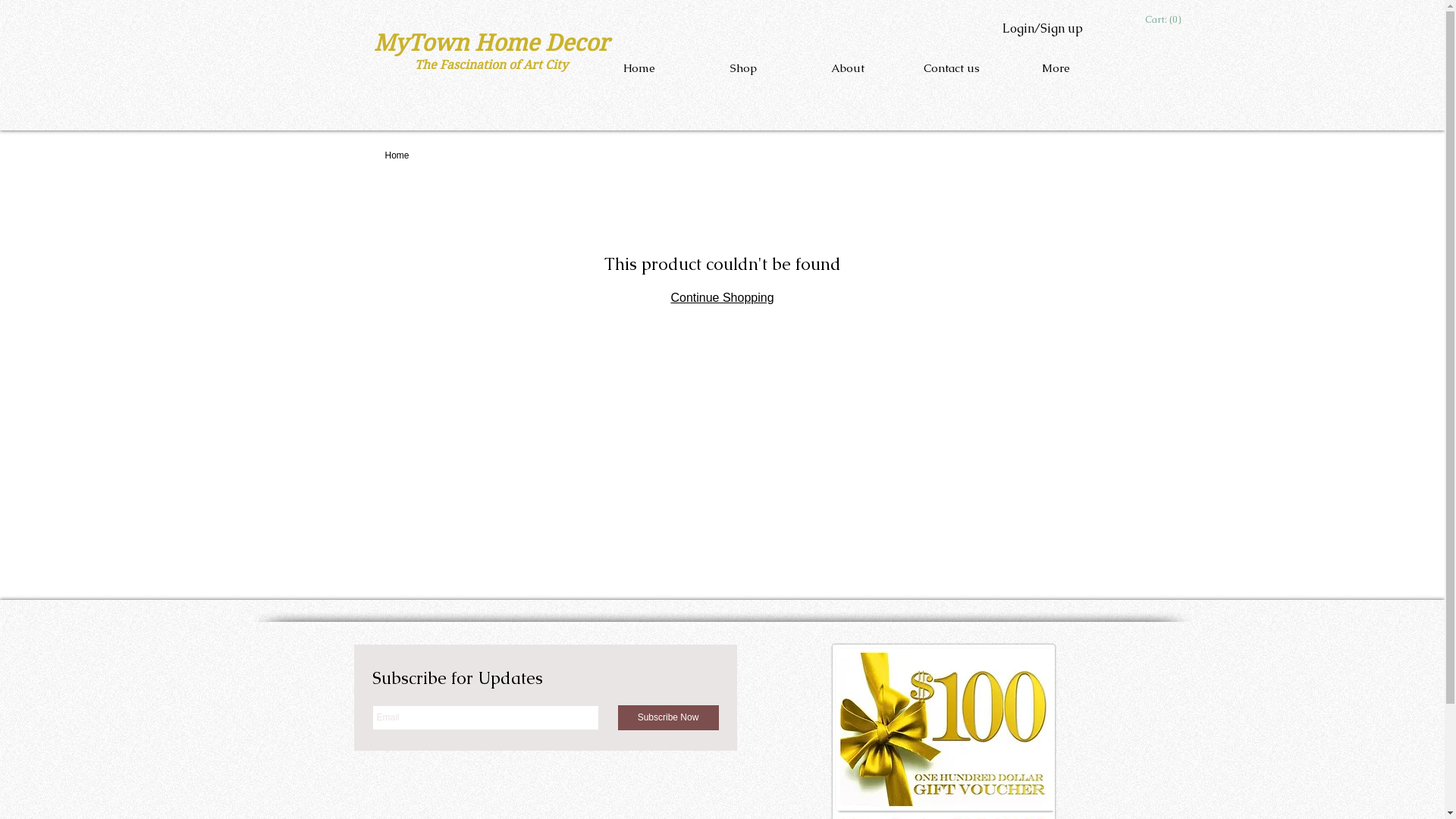 This screenshot has width=1456, height=819. Describe the element at coordinates (1040, 29) in the screenshot. I see `'Login/Sign up'` at that location.